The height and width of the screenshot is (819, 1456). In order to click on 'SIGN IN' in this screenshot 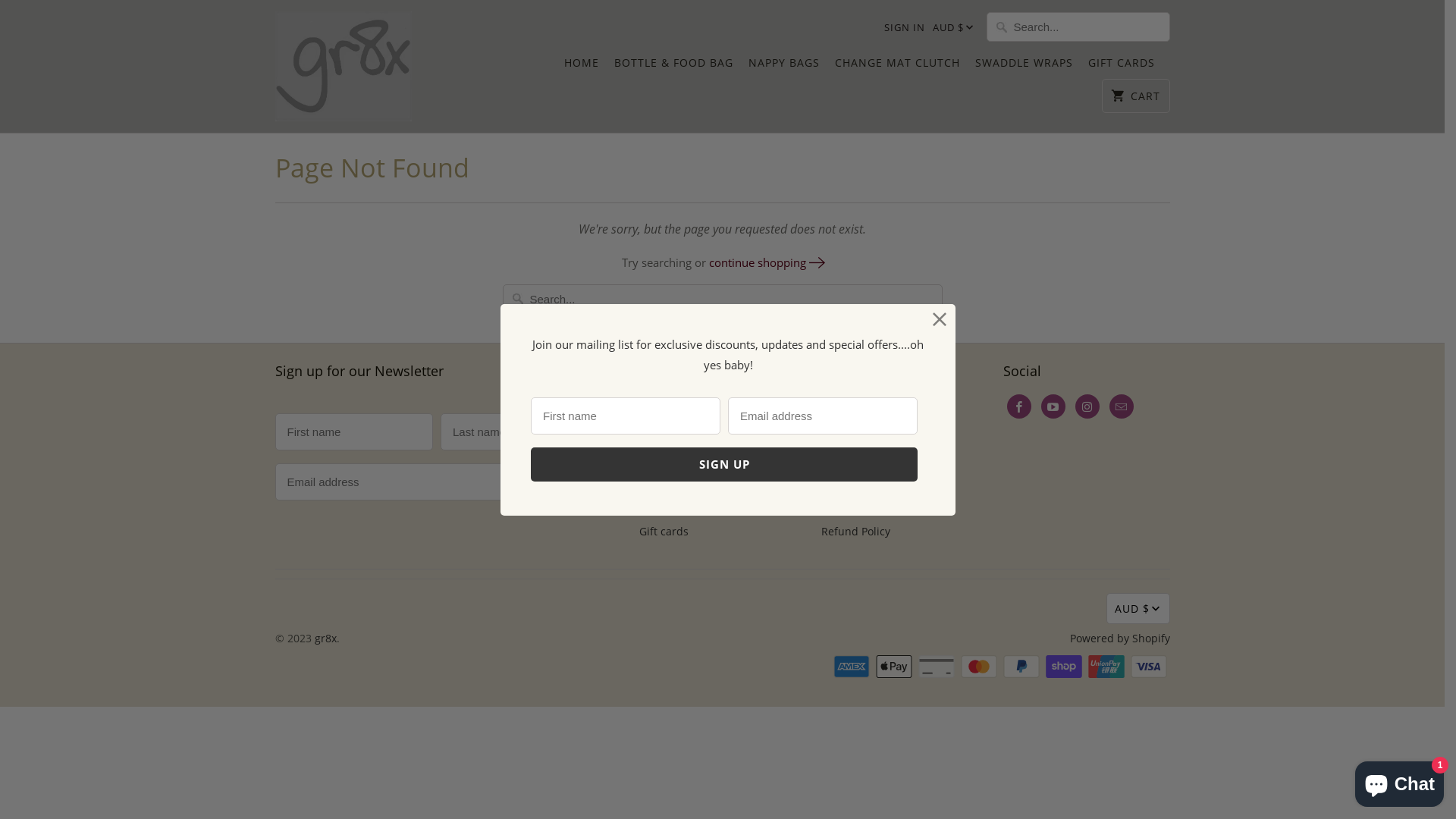, I will do `click(905, 27)`.